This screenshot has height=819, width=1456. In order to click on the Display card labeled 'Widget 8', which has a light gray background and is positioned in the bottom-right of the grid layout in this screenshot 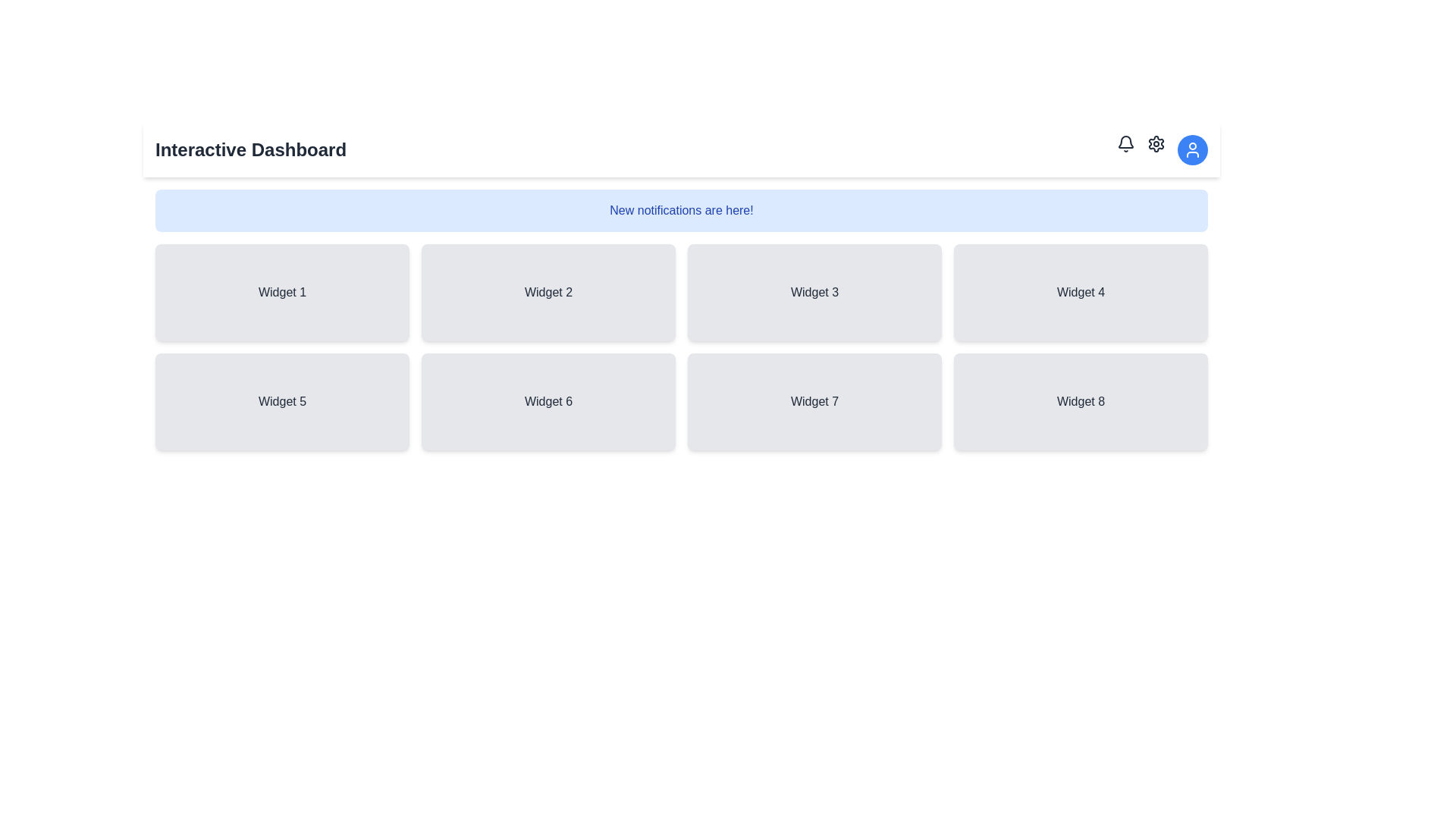, I will do `click(1080, 400)`.